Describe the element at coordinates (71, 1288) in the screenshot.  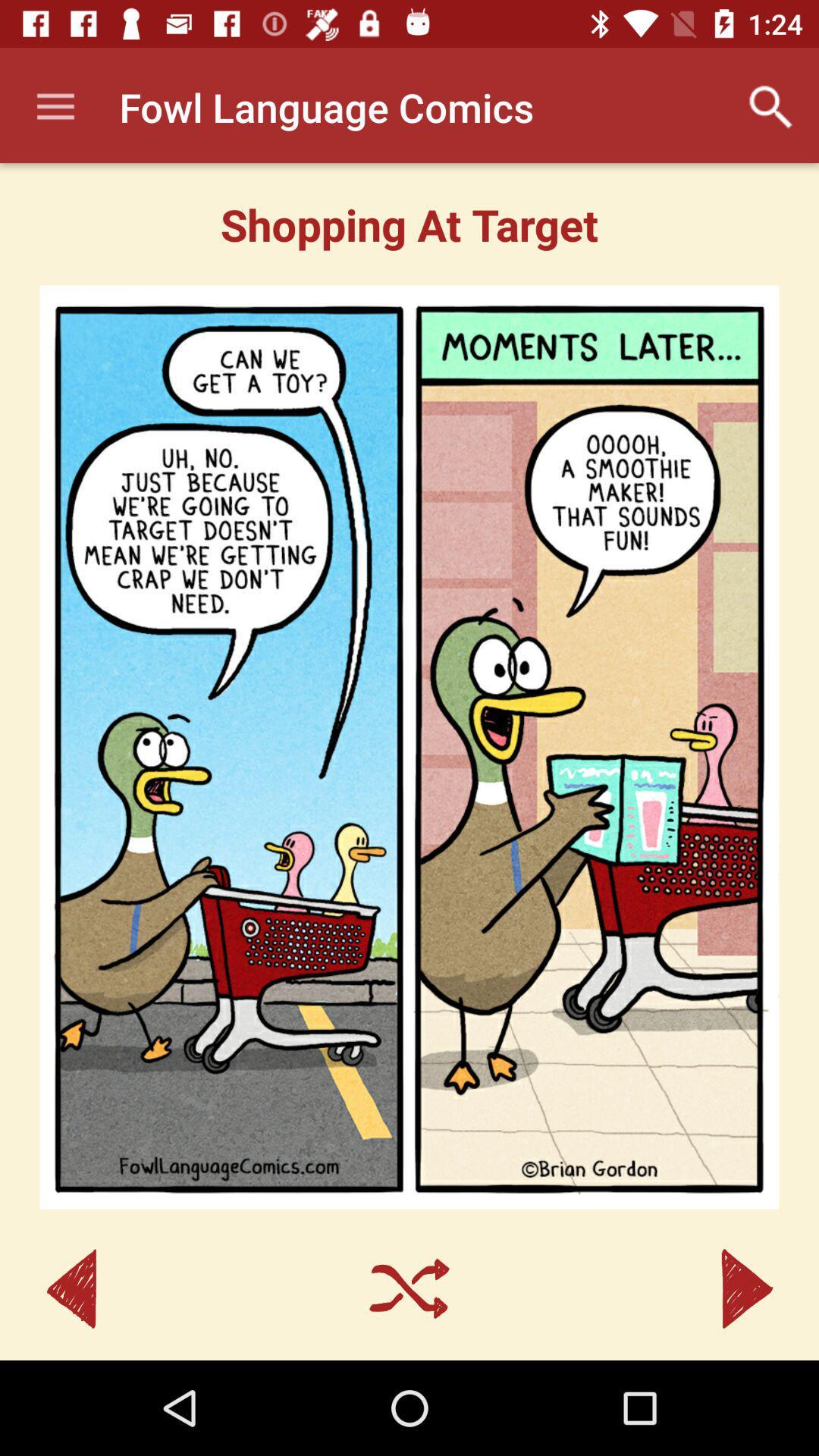
I see `the item at the bottom left corner` at that location.